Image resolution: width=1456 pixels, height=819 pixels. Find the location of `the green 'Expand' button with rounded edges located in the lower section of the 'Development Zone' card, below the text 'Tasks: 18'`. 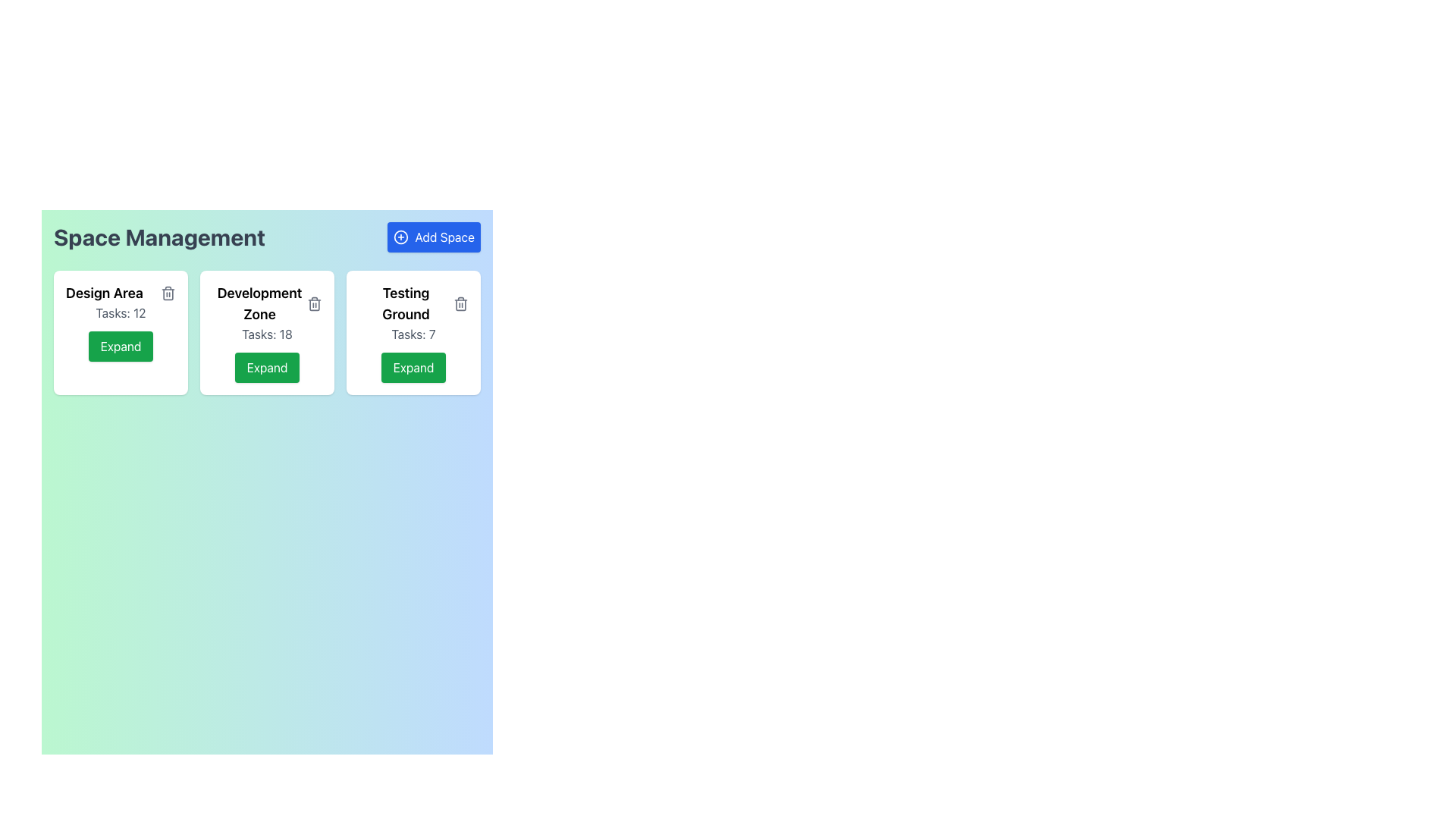

the green 'Expand' button with rounded edges located in the lower section of the 'Development Zone' card, below the text 'Tasks: 18' is located at coordinates (267, 368).